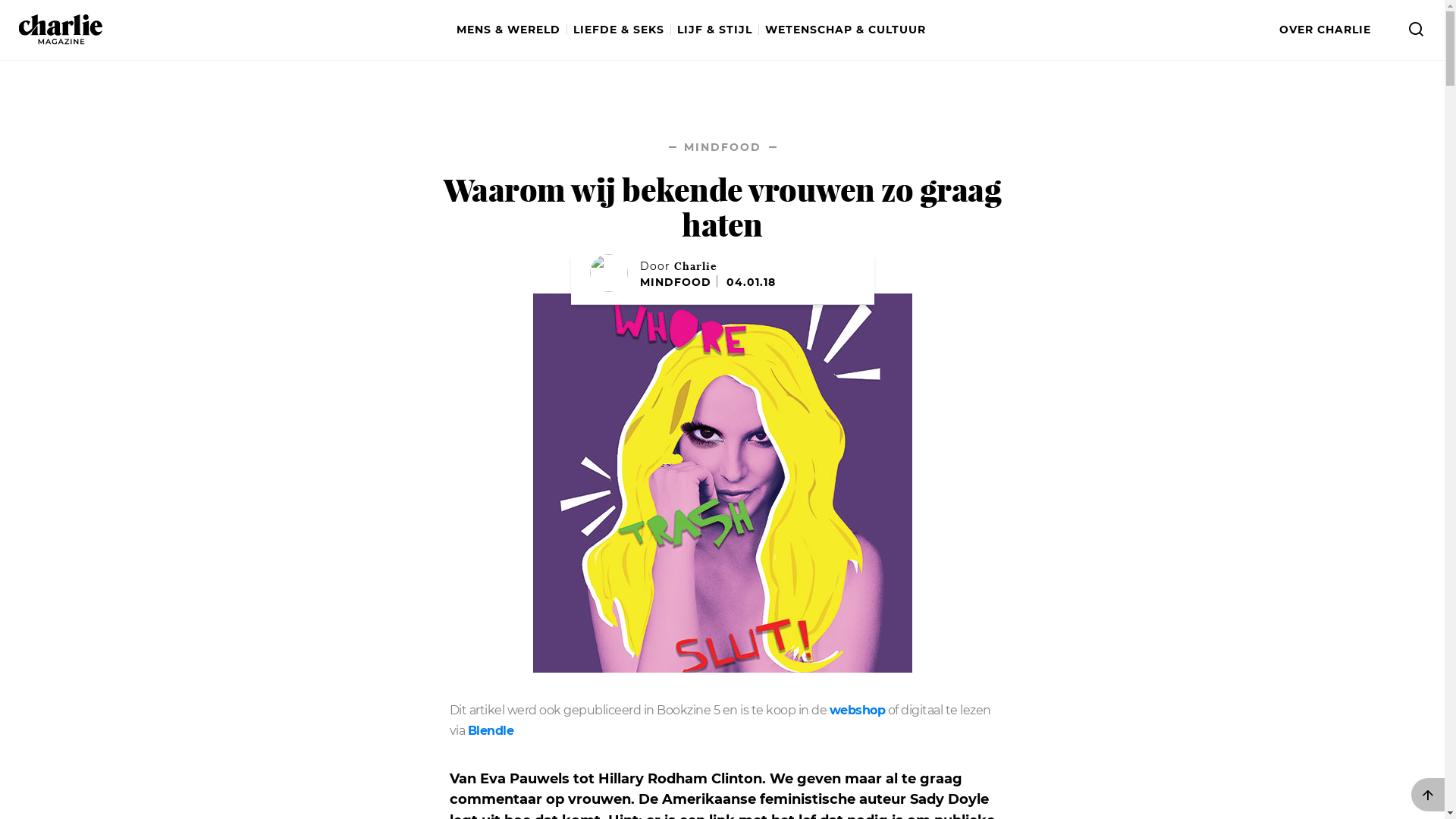 The width and height of the screenshot is (1456, 819). Describe the element at coordinates (716, 30) in the screenshot. I see `'LIJF & STIJL'` at that location.